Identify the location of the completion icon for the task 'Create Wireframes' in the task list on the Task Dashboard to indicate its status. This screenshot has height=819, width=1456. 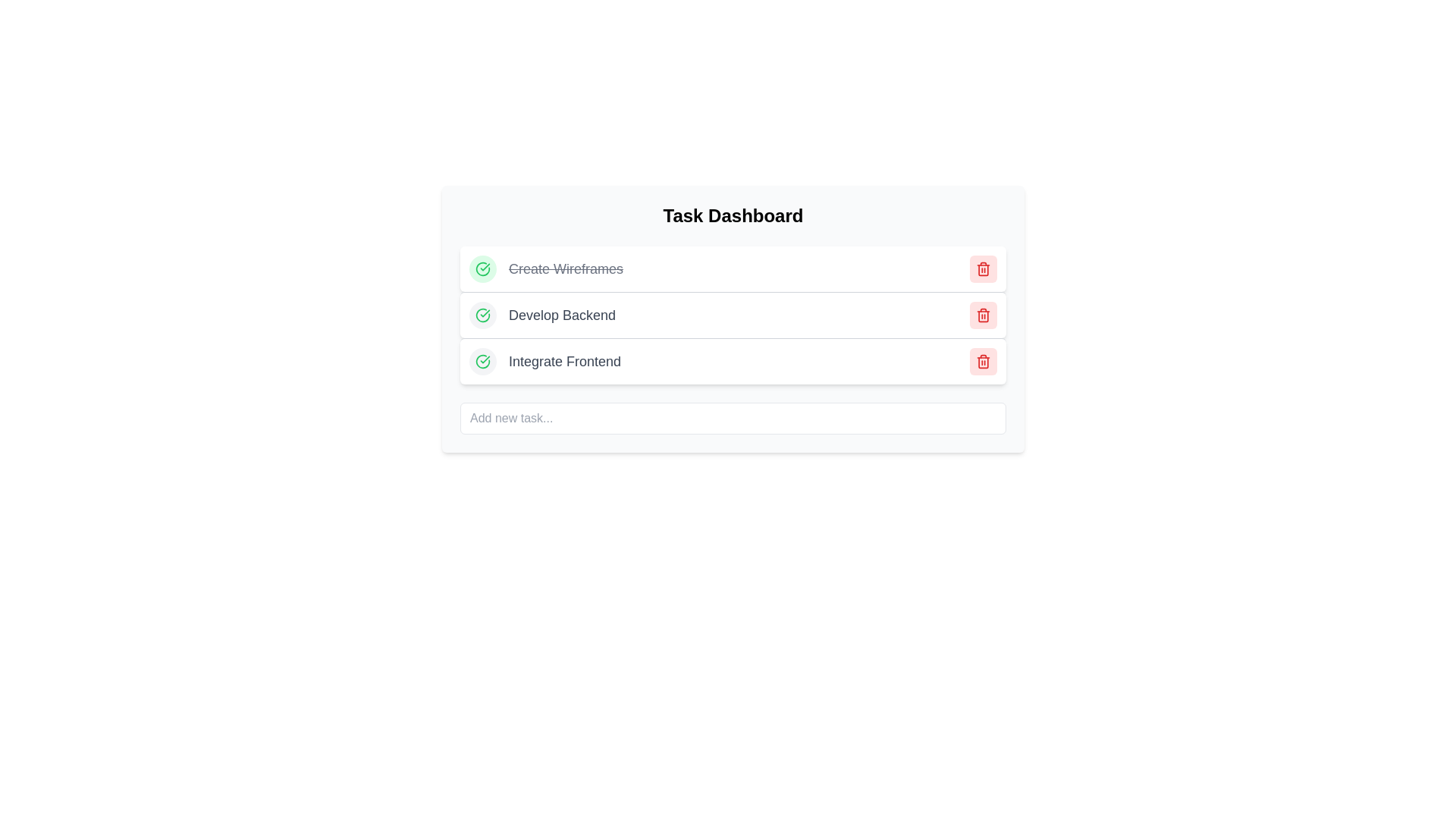
(482, 268).